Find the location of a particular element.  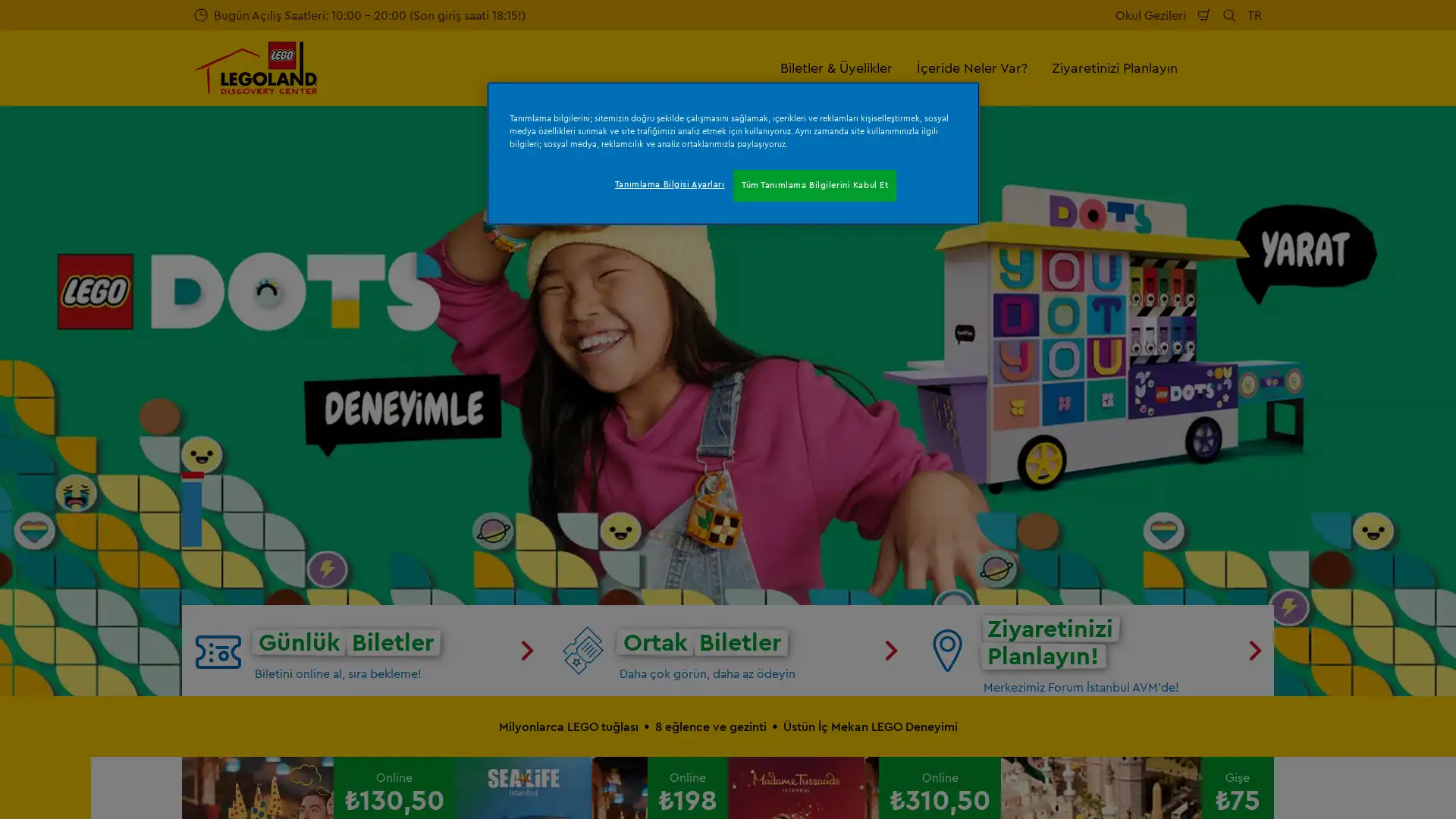

Alsveris kart is located at coordinates (1203, 14).